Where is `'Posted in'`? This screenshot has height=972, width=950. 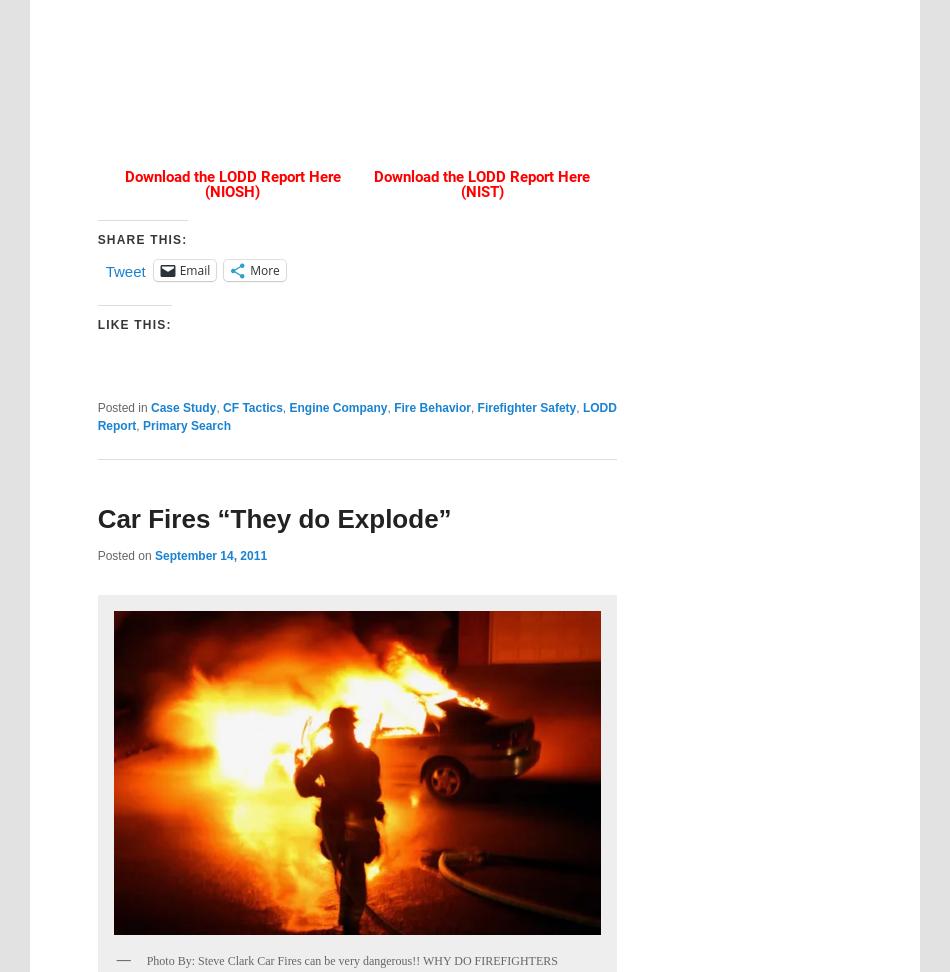 'Posted in' is located at coordinates (121, 406).